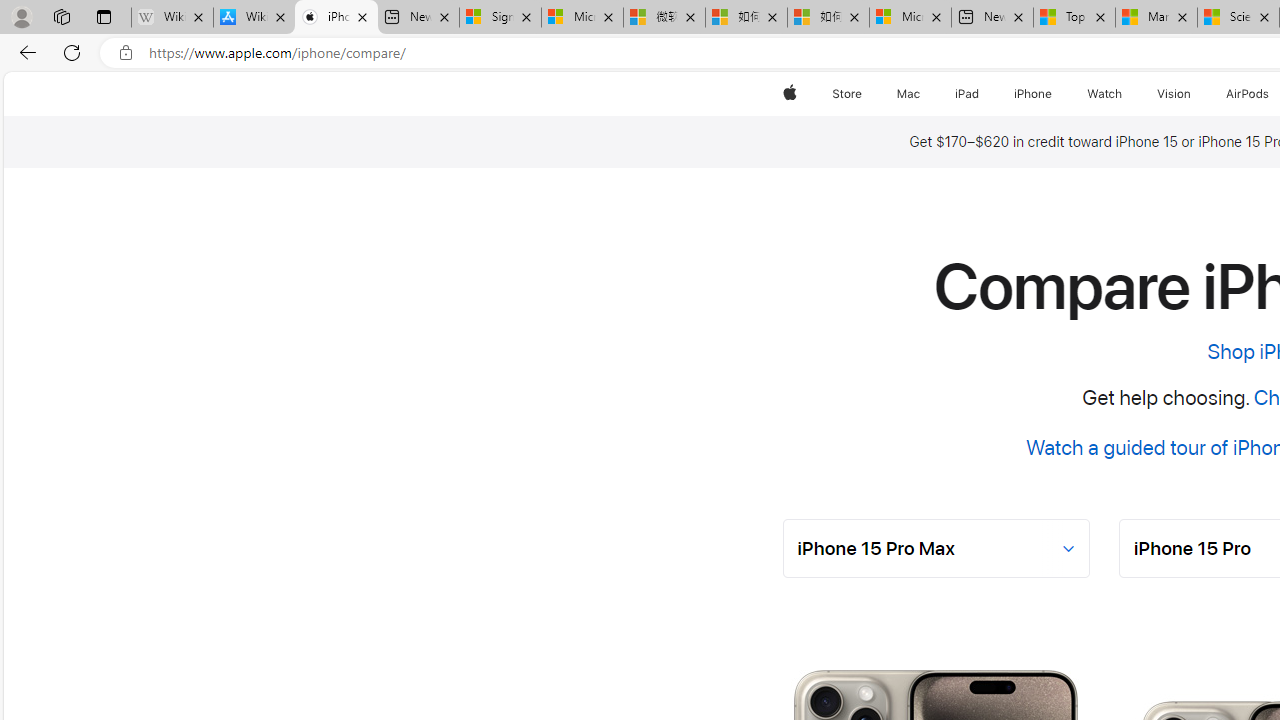 Image resolution: width=1280 pixels, height=720 pixels. Describe the element at coordinates (966, 93) in the screenshot. I see `'iPad'` at that location.